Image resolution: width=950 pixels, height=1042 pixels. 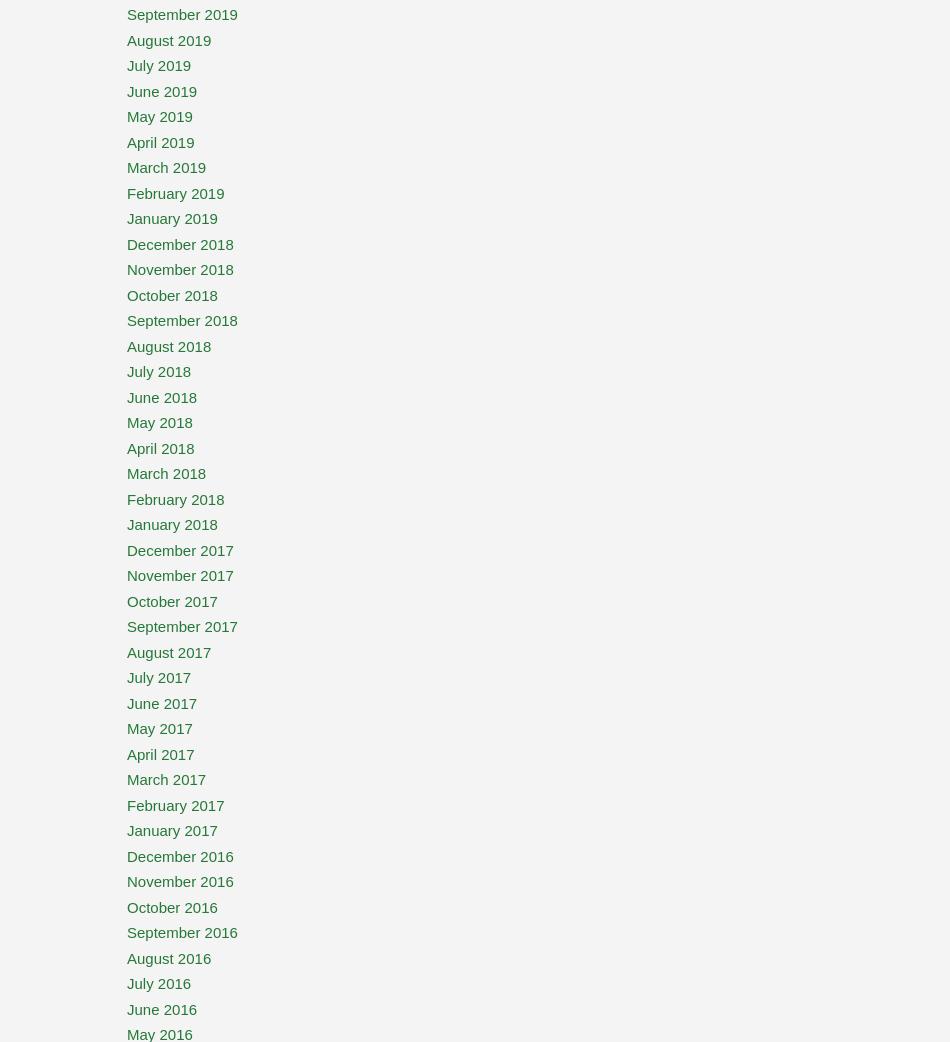 What do you see at coordinates (160, 447) in the screenshot?
I see `'April 2018'` at bounding box center [160, 447].